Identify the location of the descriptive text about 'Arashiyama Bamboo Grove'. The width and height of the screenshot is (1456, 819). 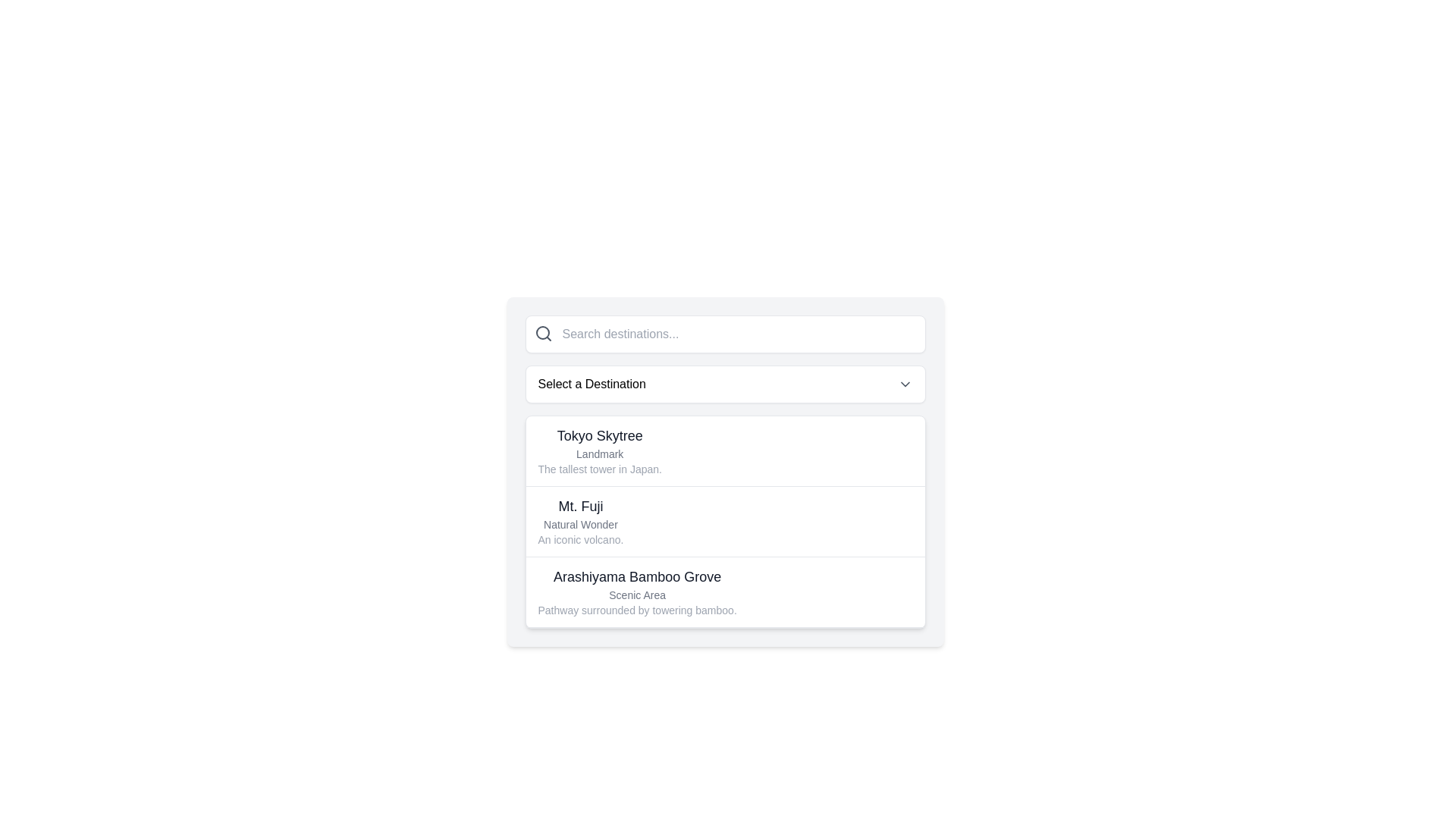
(637, 610).